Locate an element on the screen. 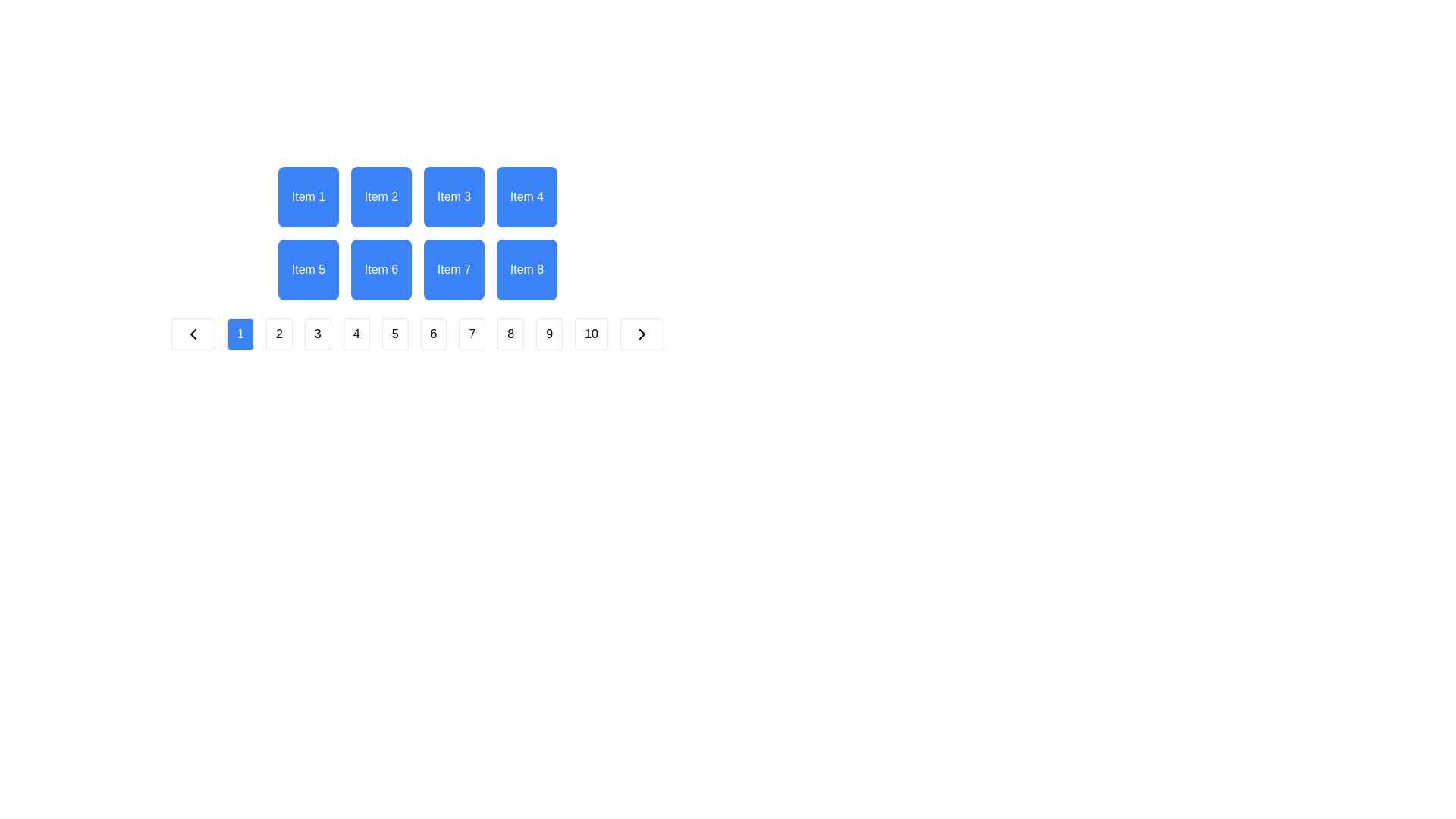 The height and width of the screenshot is (819, 1456). the button labeled '2' located in the pagination control section at the bottom-center of the interface is located at coordinates (279, 333).